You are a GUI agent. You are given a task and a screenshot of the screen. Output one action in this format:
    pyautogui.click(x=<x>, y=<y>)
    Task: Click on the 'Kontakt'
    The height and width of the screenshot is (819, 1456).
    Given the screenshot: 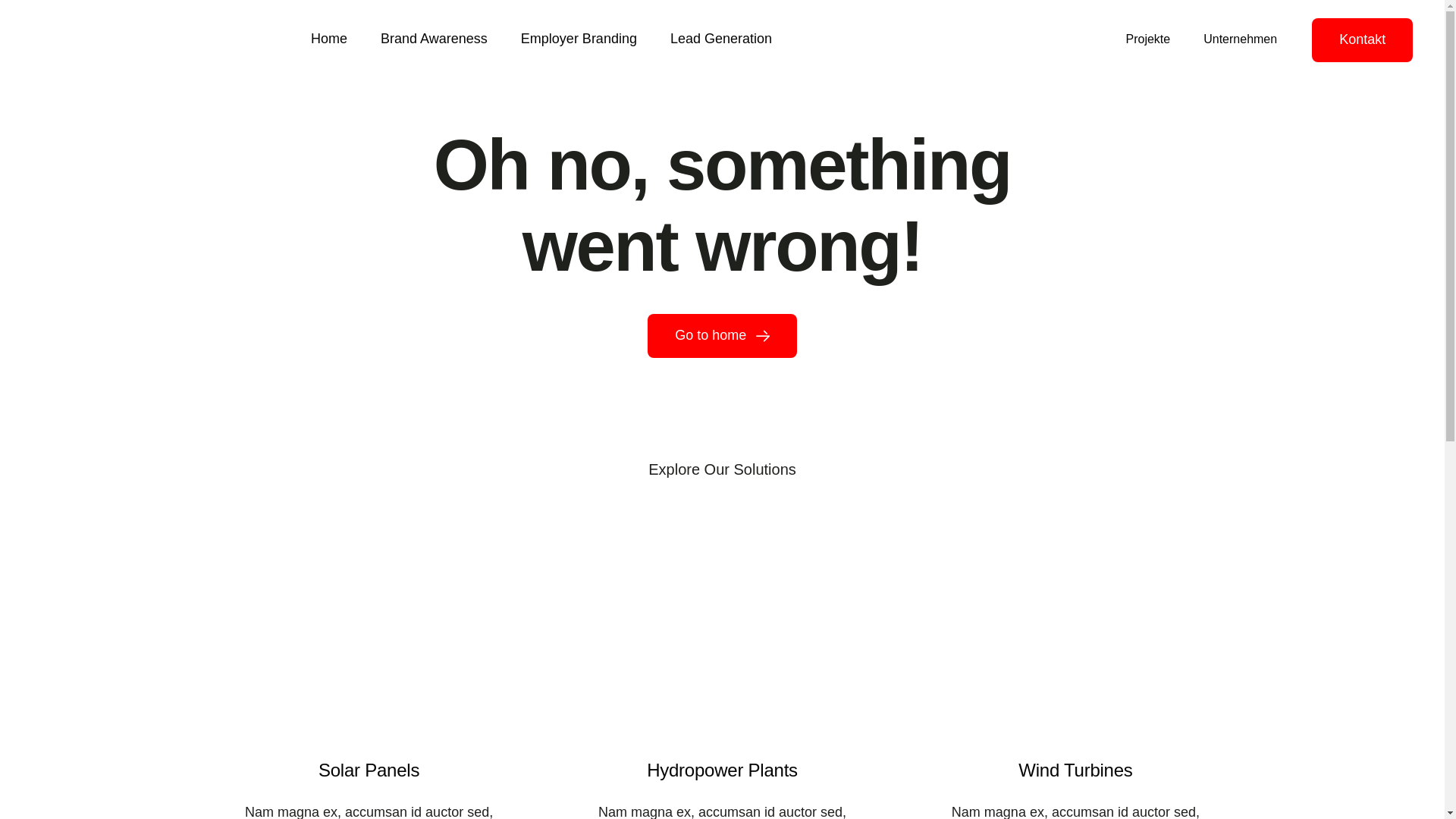 What is the action you would take?
    pyautogui.click(x=1362, y=39)
    